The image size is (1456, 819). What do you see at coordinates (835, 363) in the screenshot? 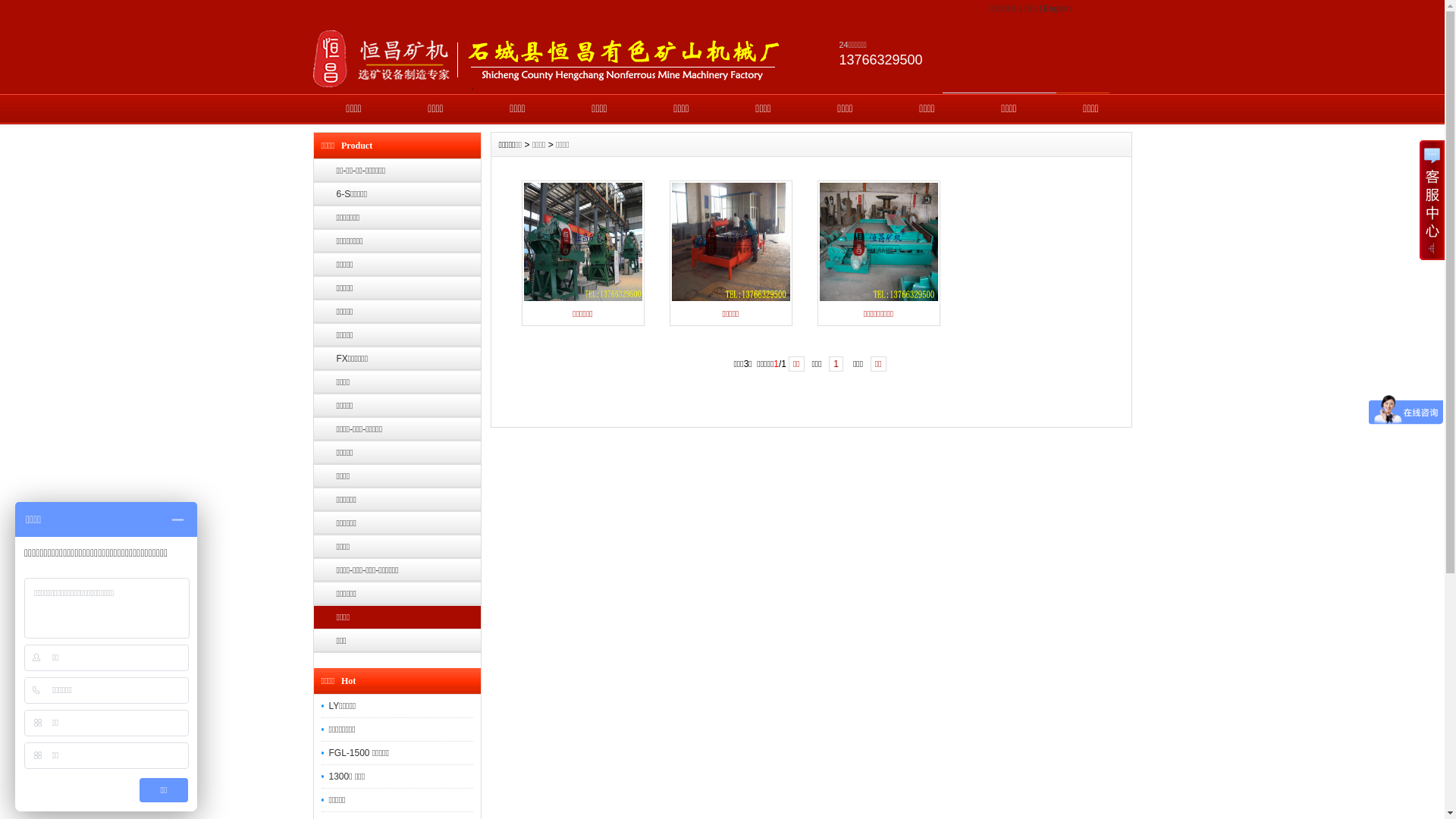
I see `'1'` at bounding box center [835, 363].